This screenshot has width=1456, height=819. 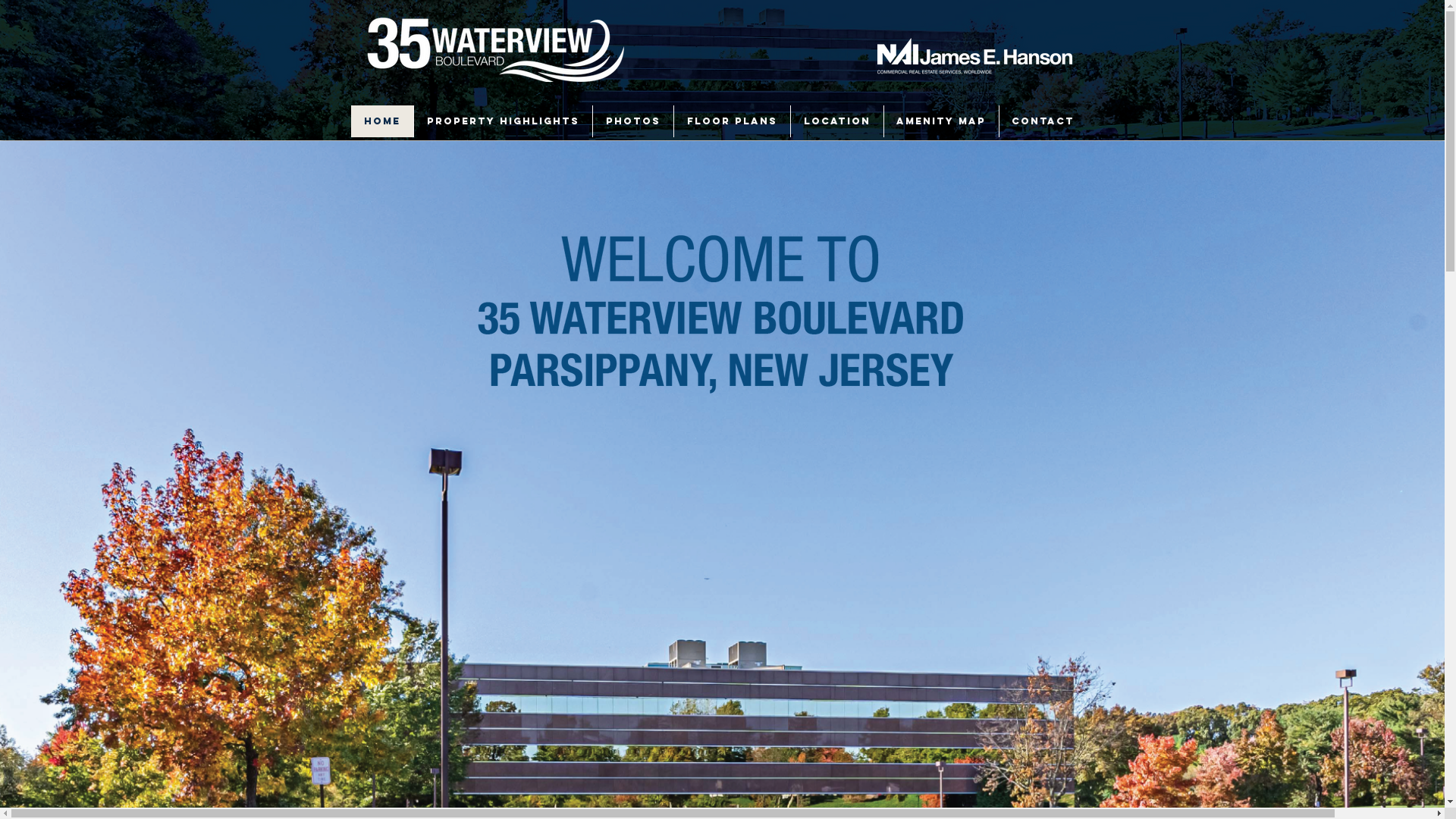 What do you see at coordinates (502, 120) in the screenshot?
I see `'PROPERTY HIGHLIGHTS'` at bounding box center [502, 120].